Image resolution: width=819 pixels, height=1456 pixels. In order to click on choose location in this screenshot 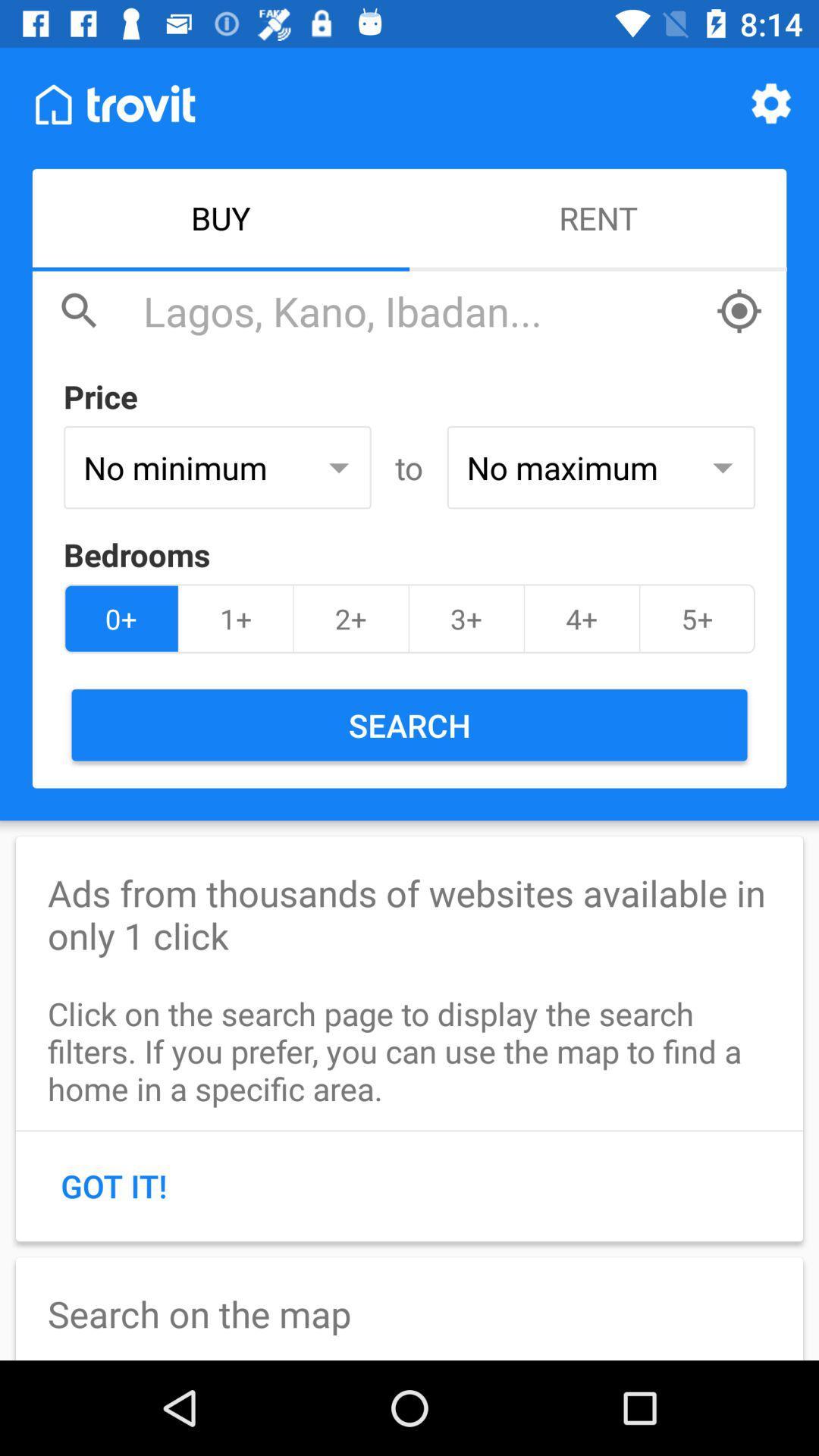, I will do `click(739, 310)`.